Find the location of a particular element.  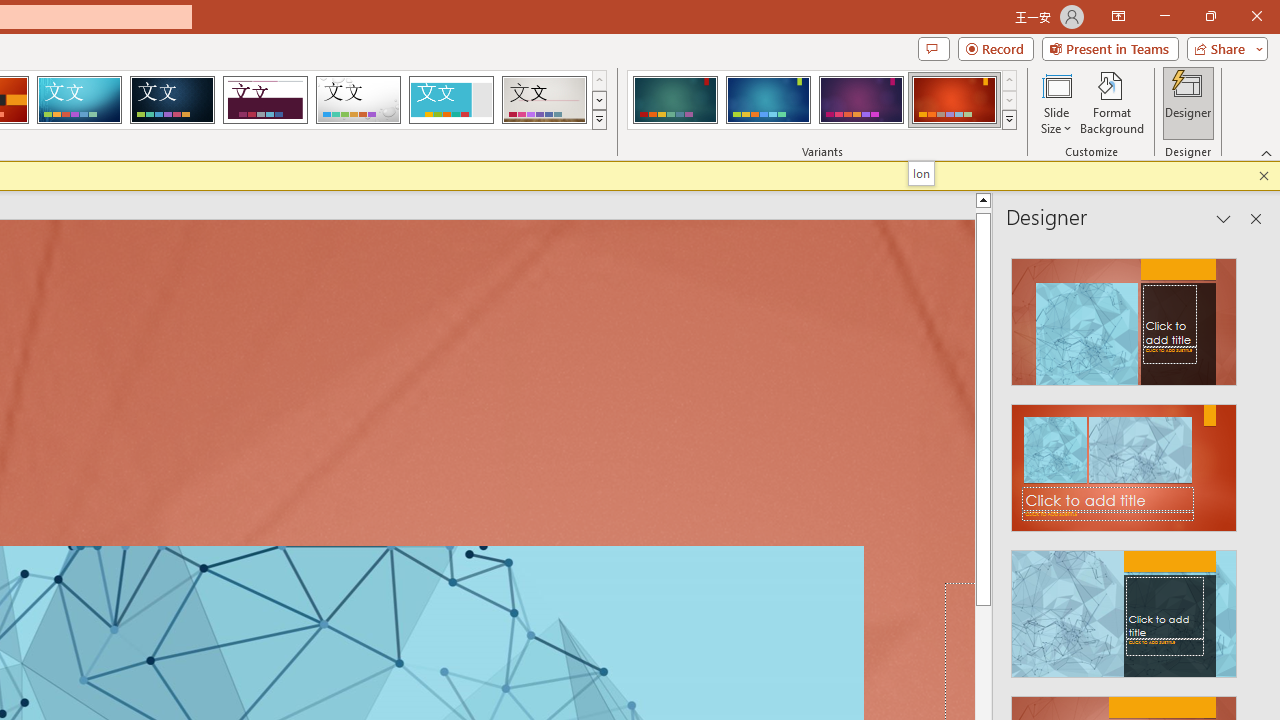

'Damask' is located at coordinates (172, 100).